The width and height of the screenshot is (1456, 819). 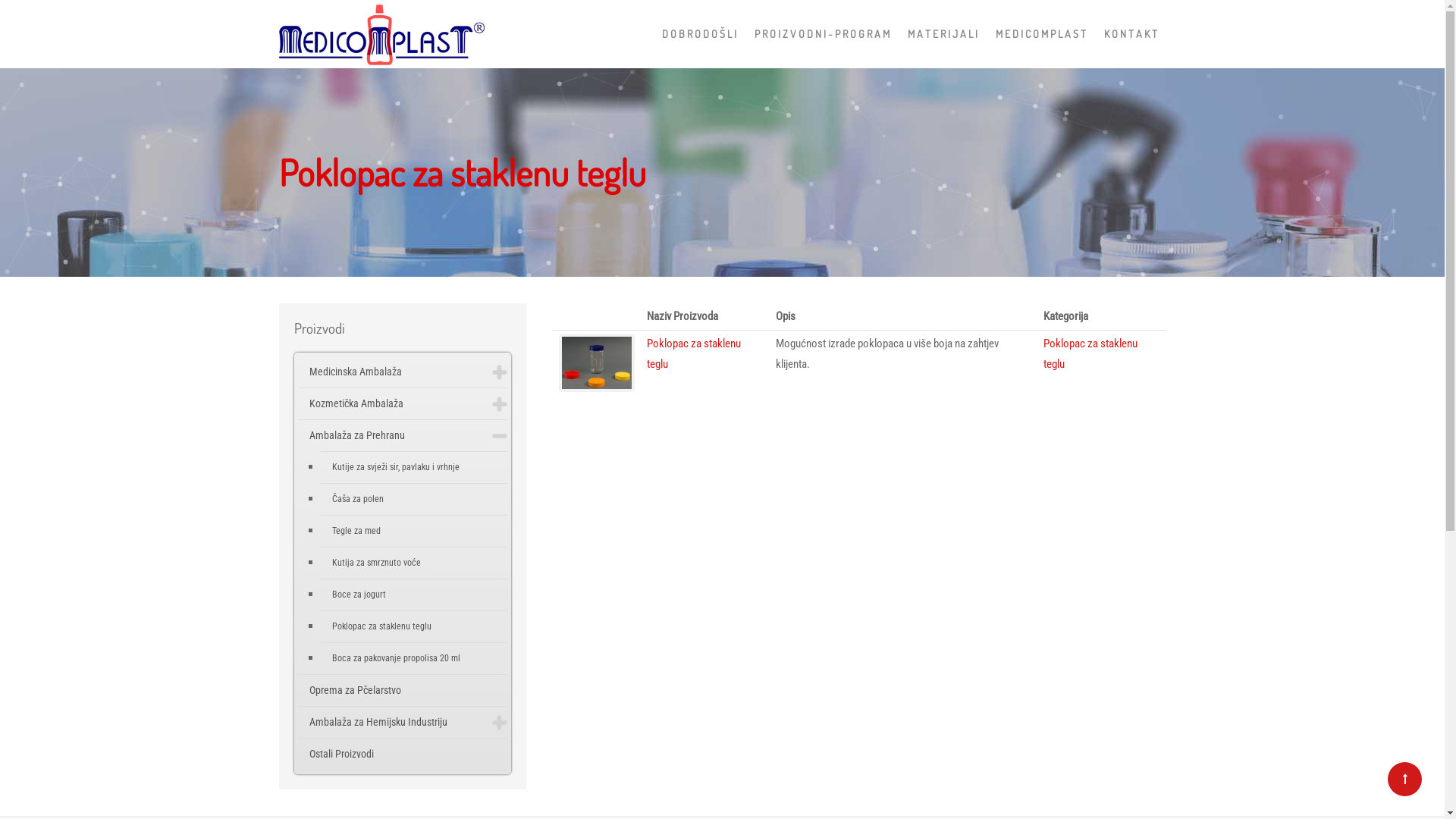 I want to click on 'K O N T A K T', so click(x=1095, y=34).